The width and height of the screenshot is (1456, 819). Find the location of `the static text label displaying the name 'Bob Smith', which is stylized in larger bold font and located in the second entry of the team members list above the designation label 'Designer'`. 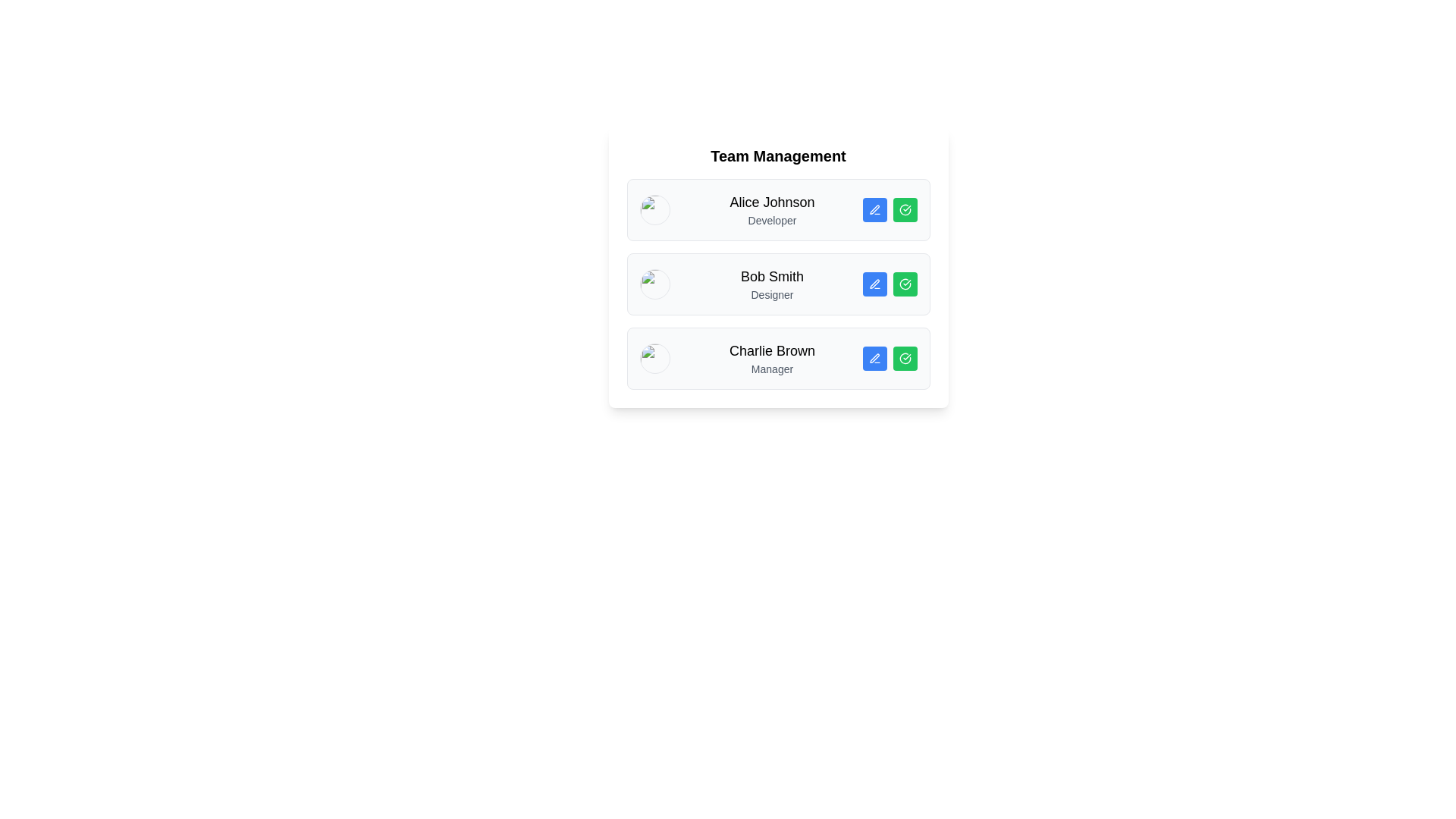

the static text label displaying the name 'Bob Smith', which is stylized in larger bold font and located in the second entry of the team members list above the designation label 'Designer' is located at coordinates (772, 277).